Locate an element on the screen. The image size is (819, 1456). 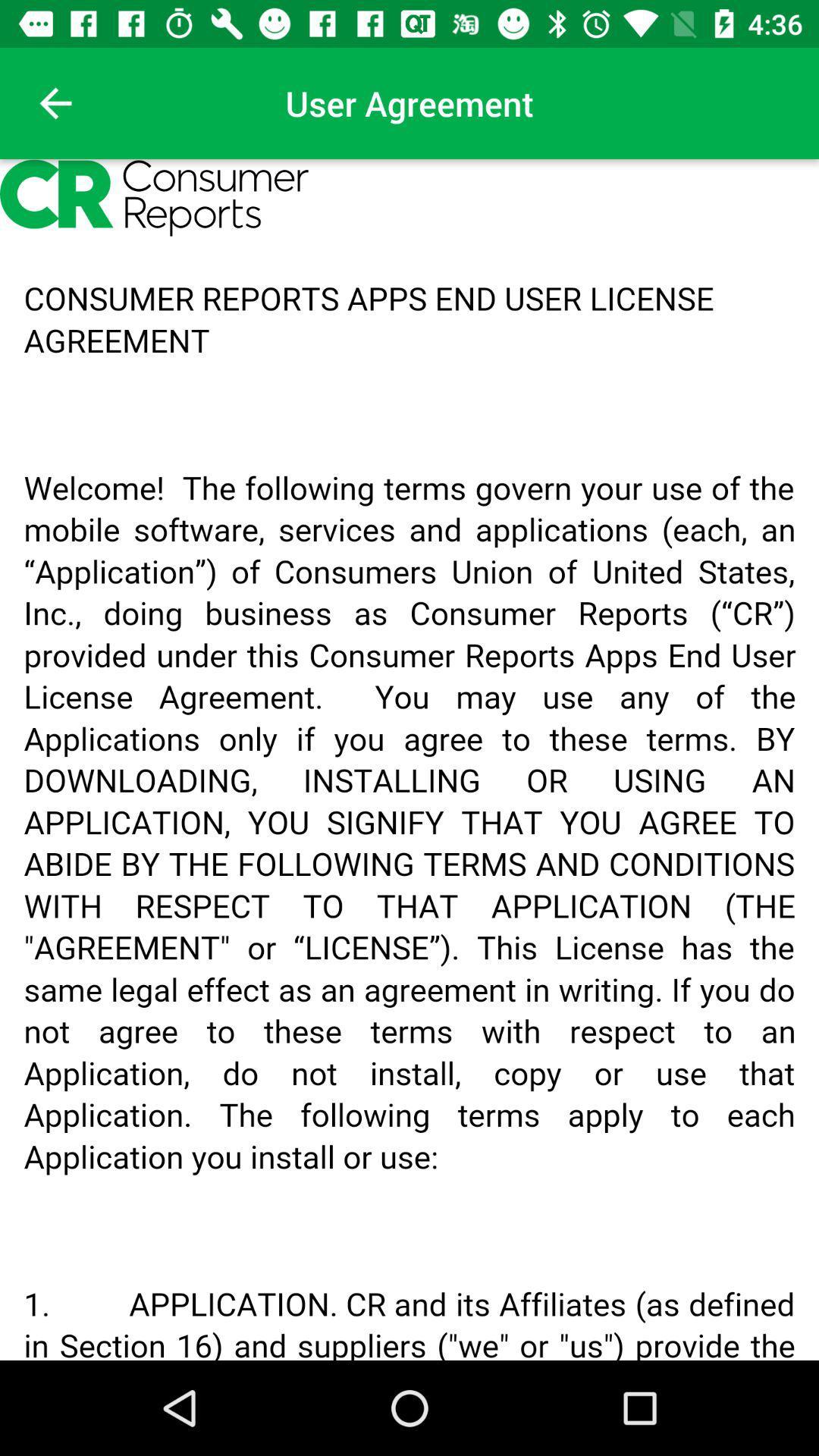
file is located at coordinates (409, 760).